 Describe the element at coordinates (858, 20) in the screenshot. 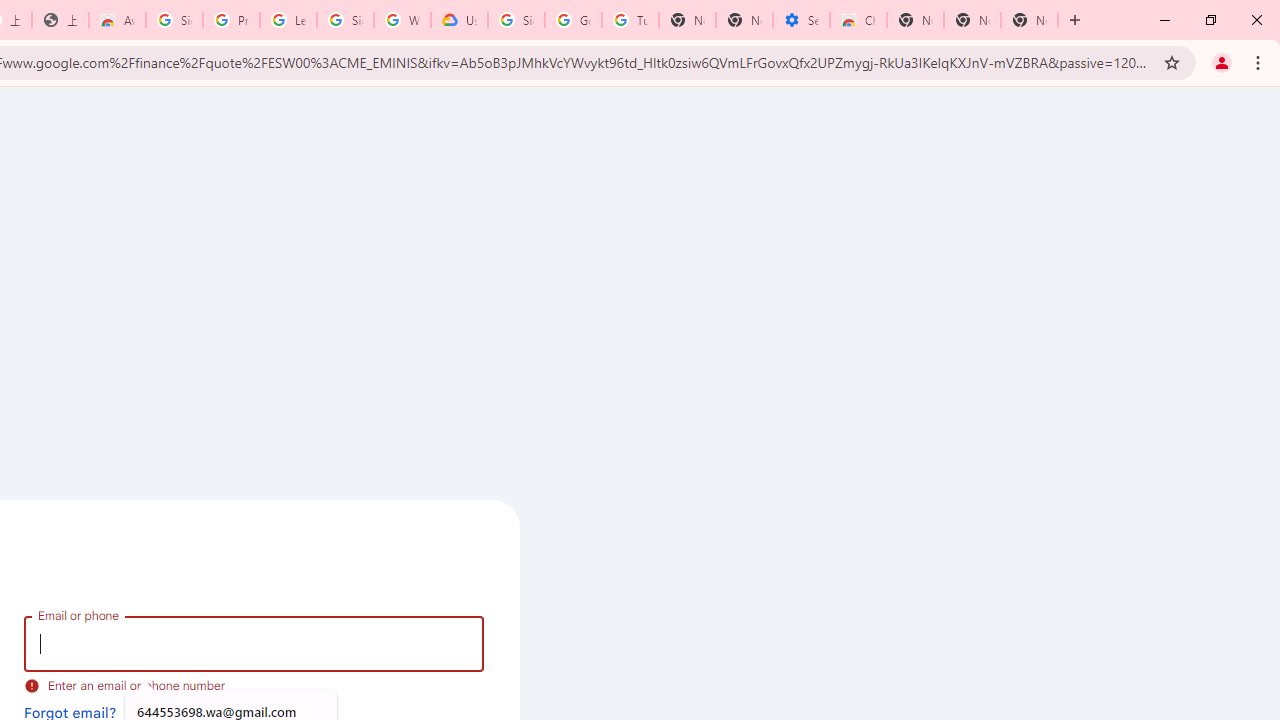

I see `'Chrome Web Store - Accessibility extensions'` at that location.